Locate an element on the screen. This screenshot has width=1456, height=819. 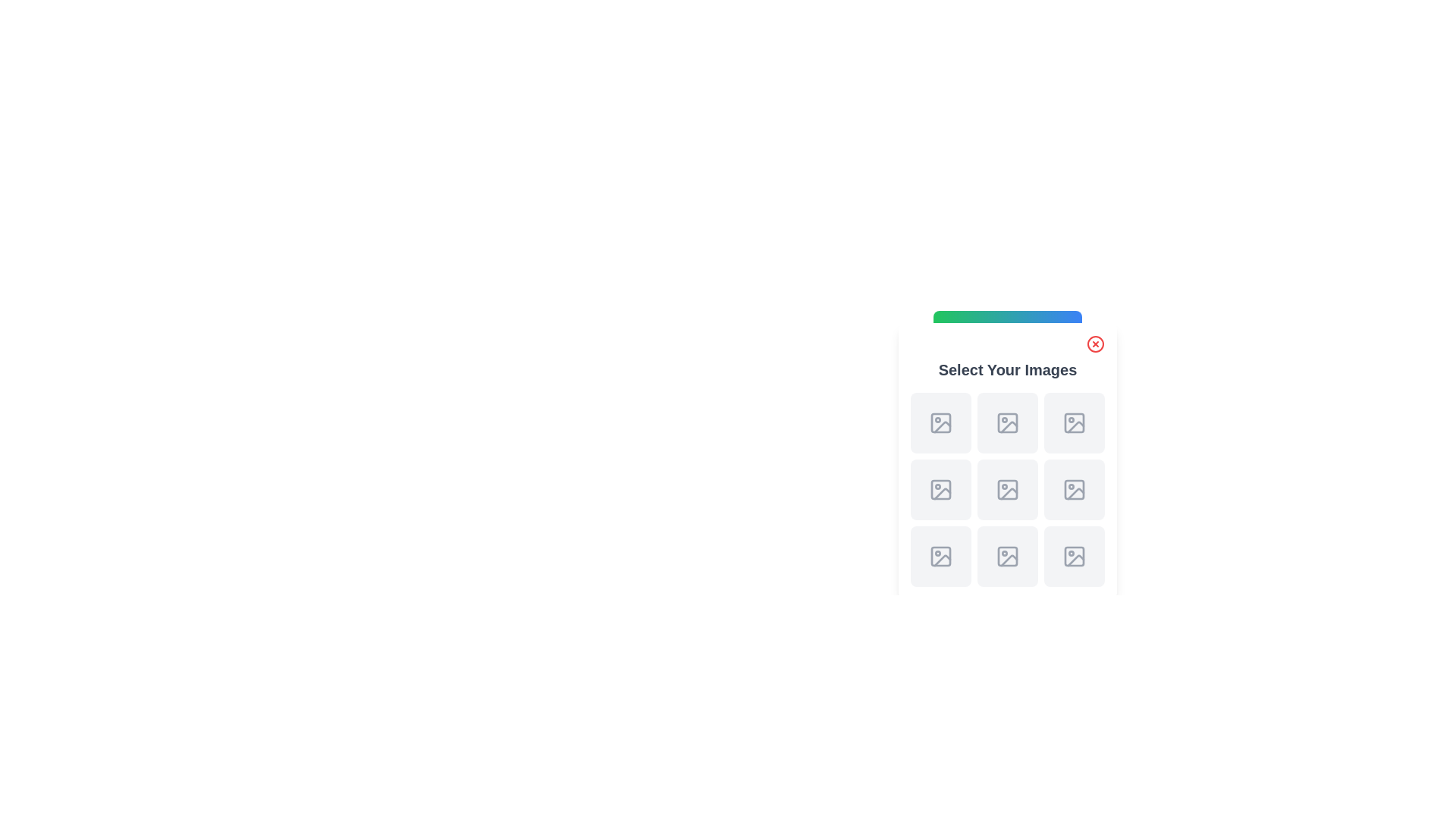
an image onto the image upload button located in the middle of the second row and second column of a 3x3 grid layout is located at coordinates (1008, 489).